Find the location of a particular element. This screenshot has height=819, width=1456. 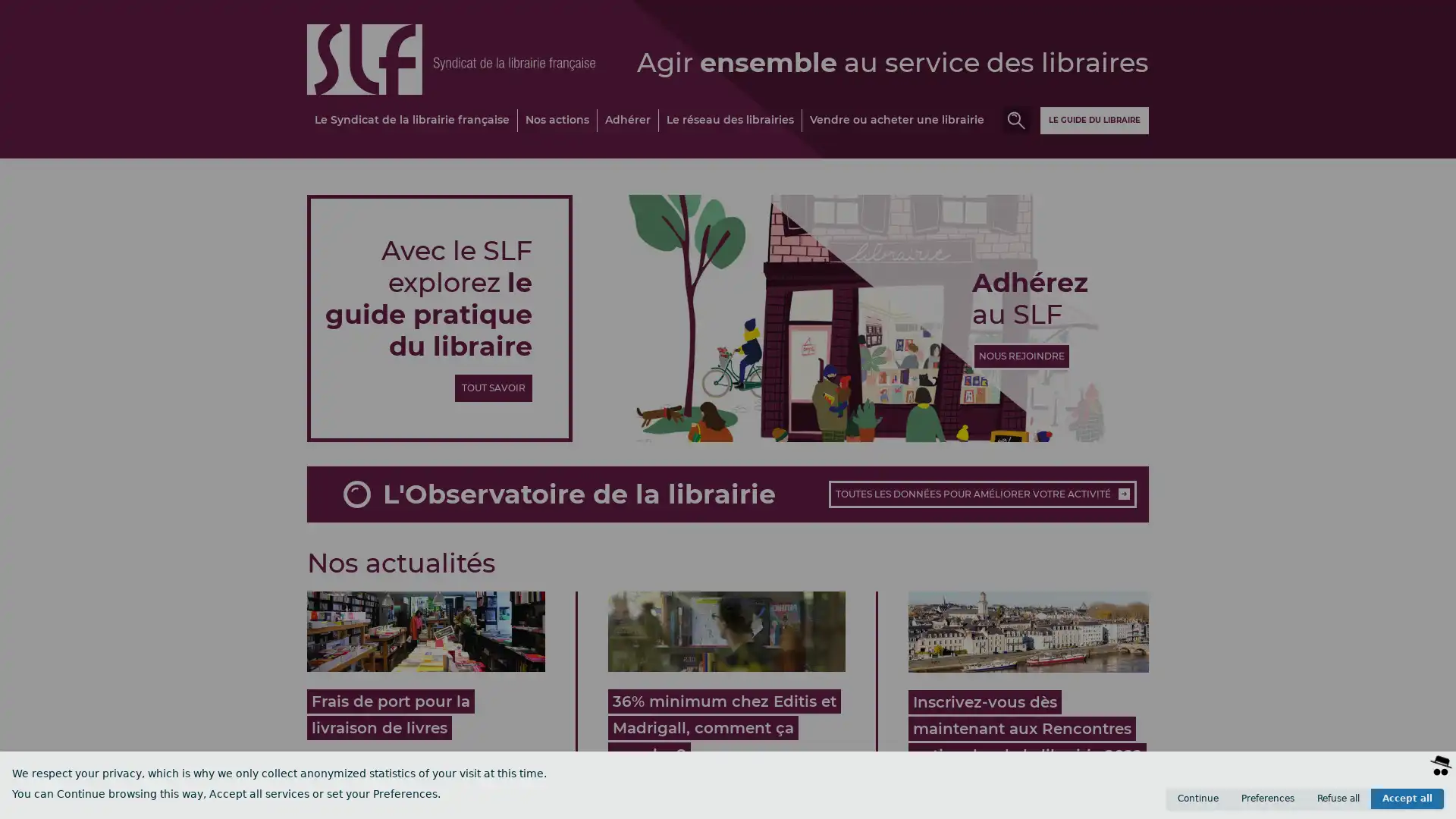

Preferences is located at coordinates (1267, 798).